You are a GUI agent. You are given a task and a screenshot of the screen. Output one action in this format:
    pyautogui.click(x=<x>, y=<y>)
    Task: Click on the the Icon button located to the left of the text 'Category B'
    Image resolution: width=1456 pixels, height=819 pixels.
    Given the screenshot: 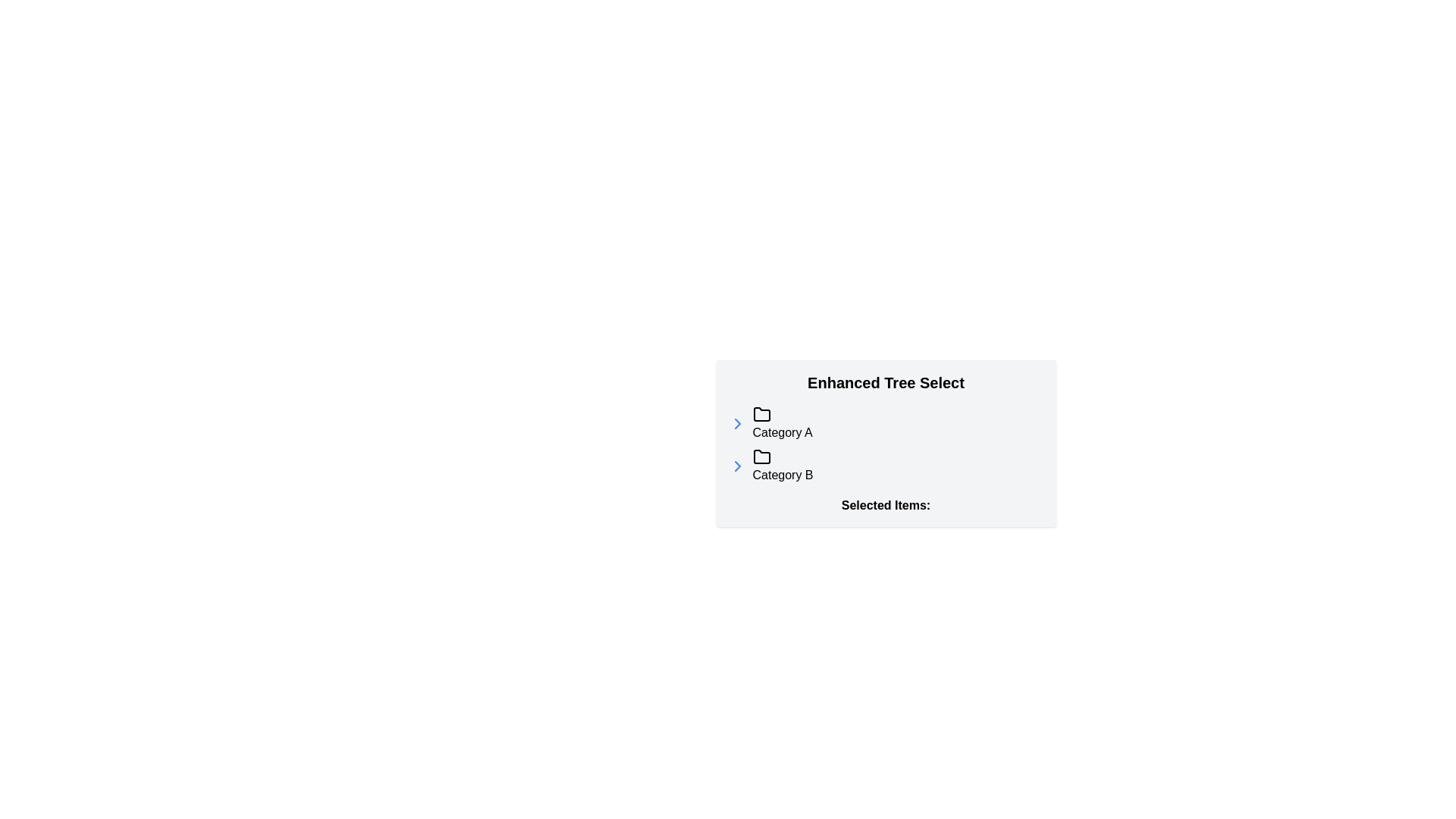 What is the action you would take?
    pyautogui.click(x=737, y=465)
    